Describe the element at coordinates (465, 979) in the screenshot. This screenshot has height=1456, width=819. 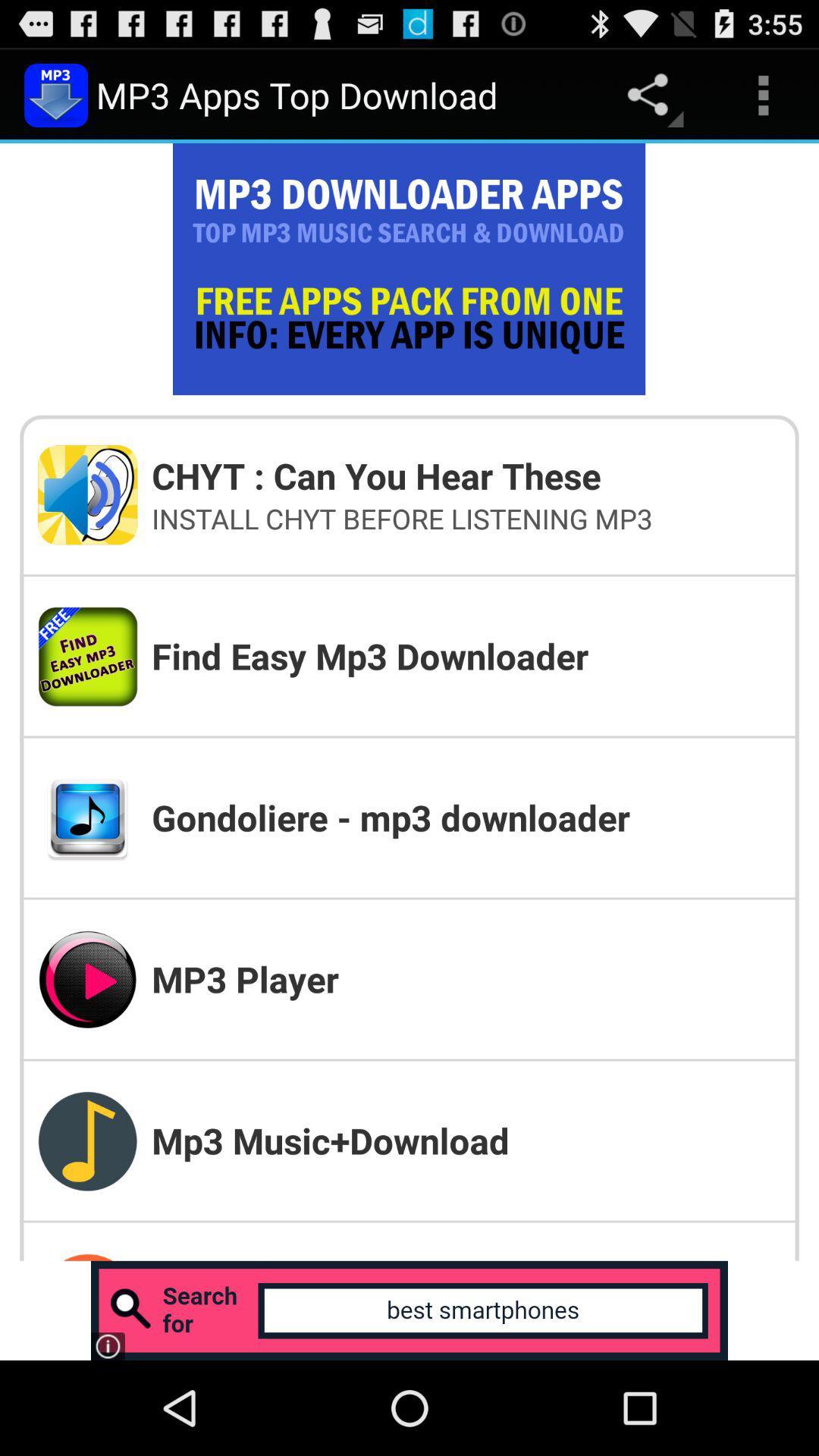
I see `the mp3 player icon` at that location.